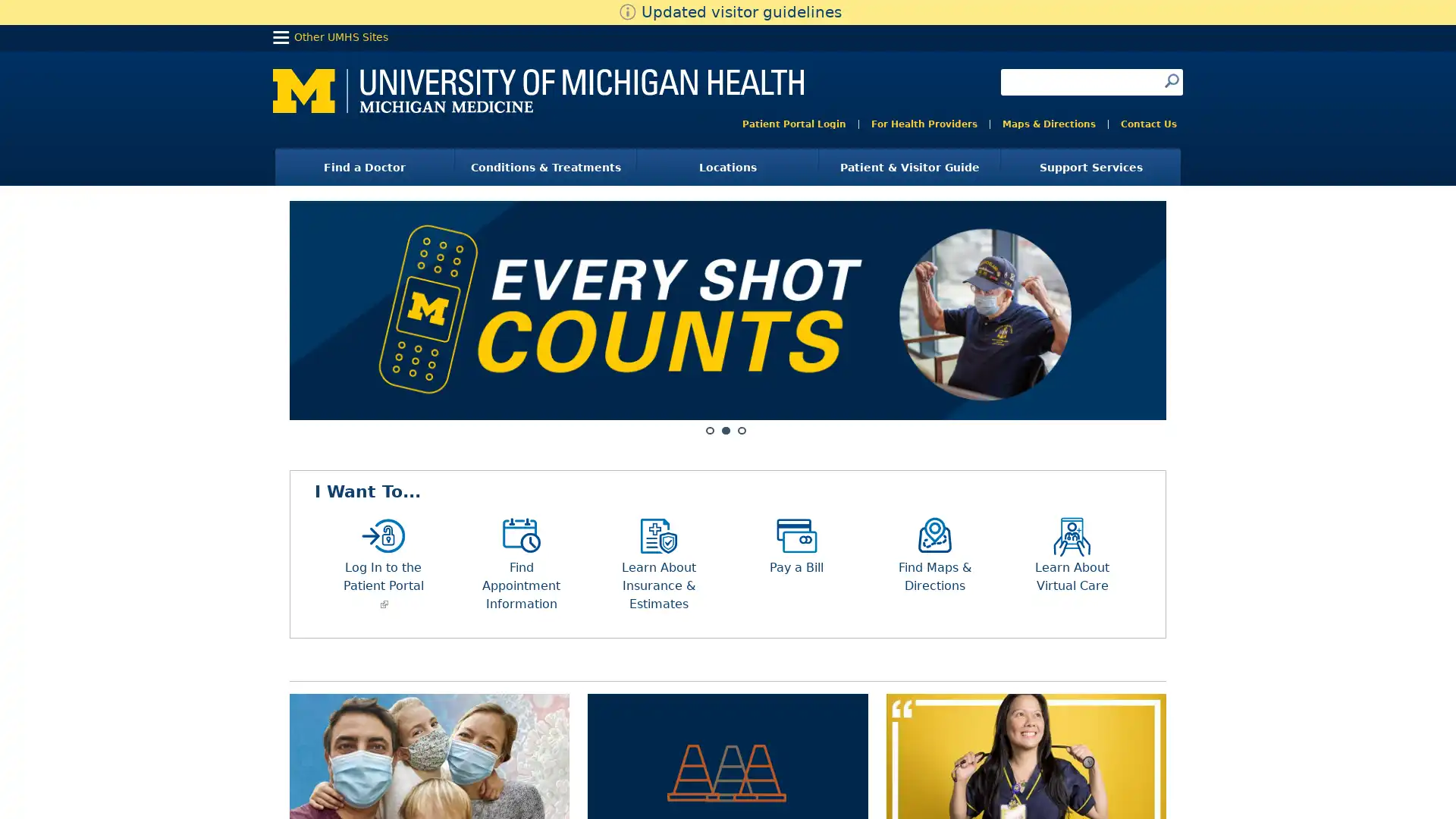 The image size is (1456, 819). Describe the element at coordinates (1171, 80) in the screenshot. I see `Search` at that location.